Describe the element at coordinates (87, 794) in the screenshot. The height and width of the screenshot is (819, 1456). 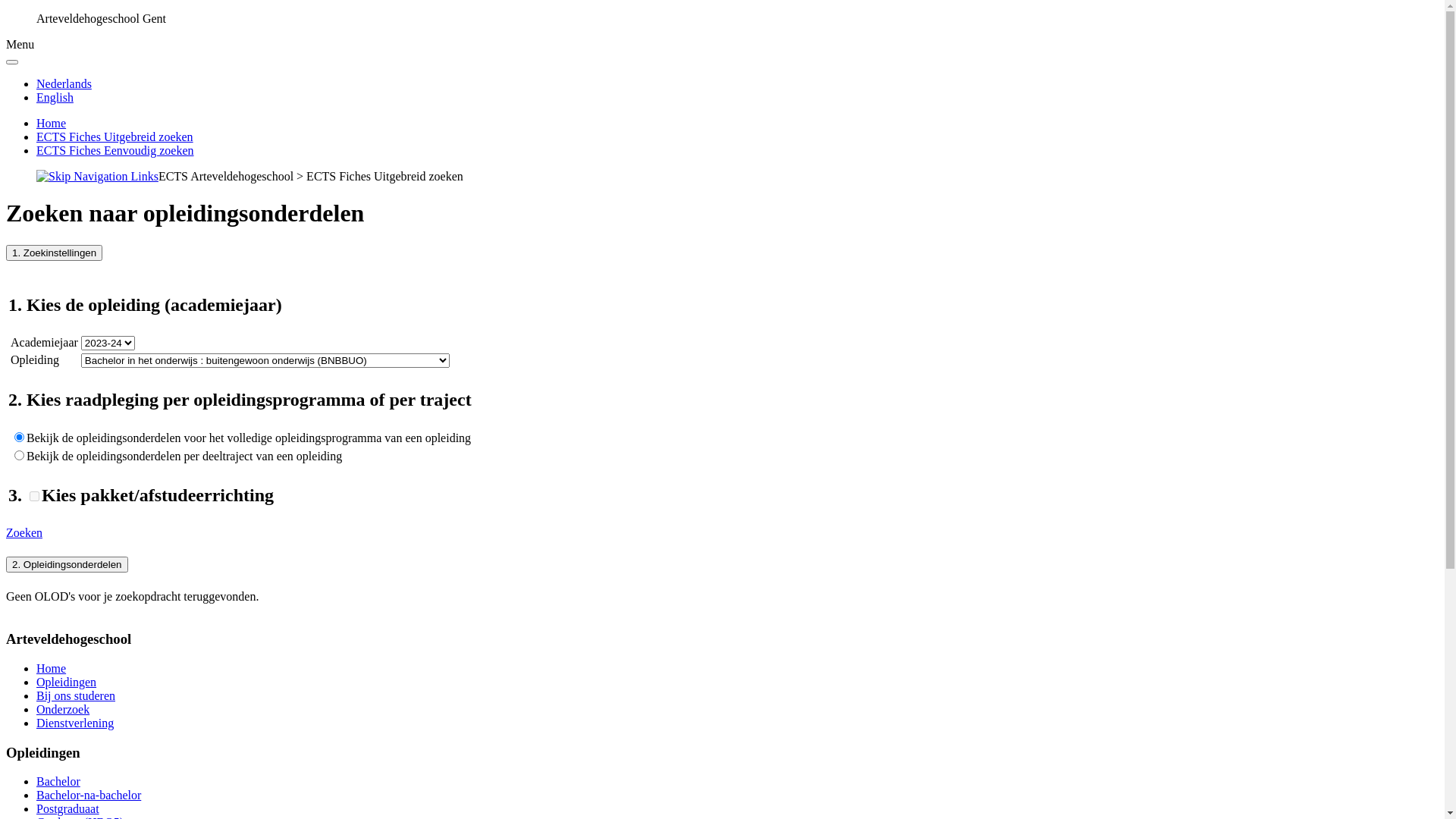
I see `'Bachelor-na-bachelor'` at that location.